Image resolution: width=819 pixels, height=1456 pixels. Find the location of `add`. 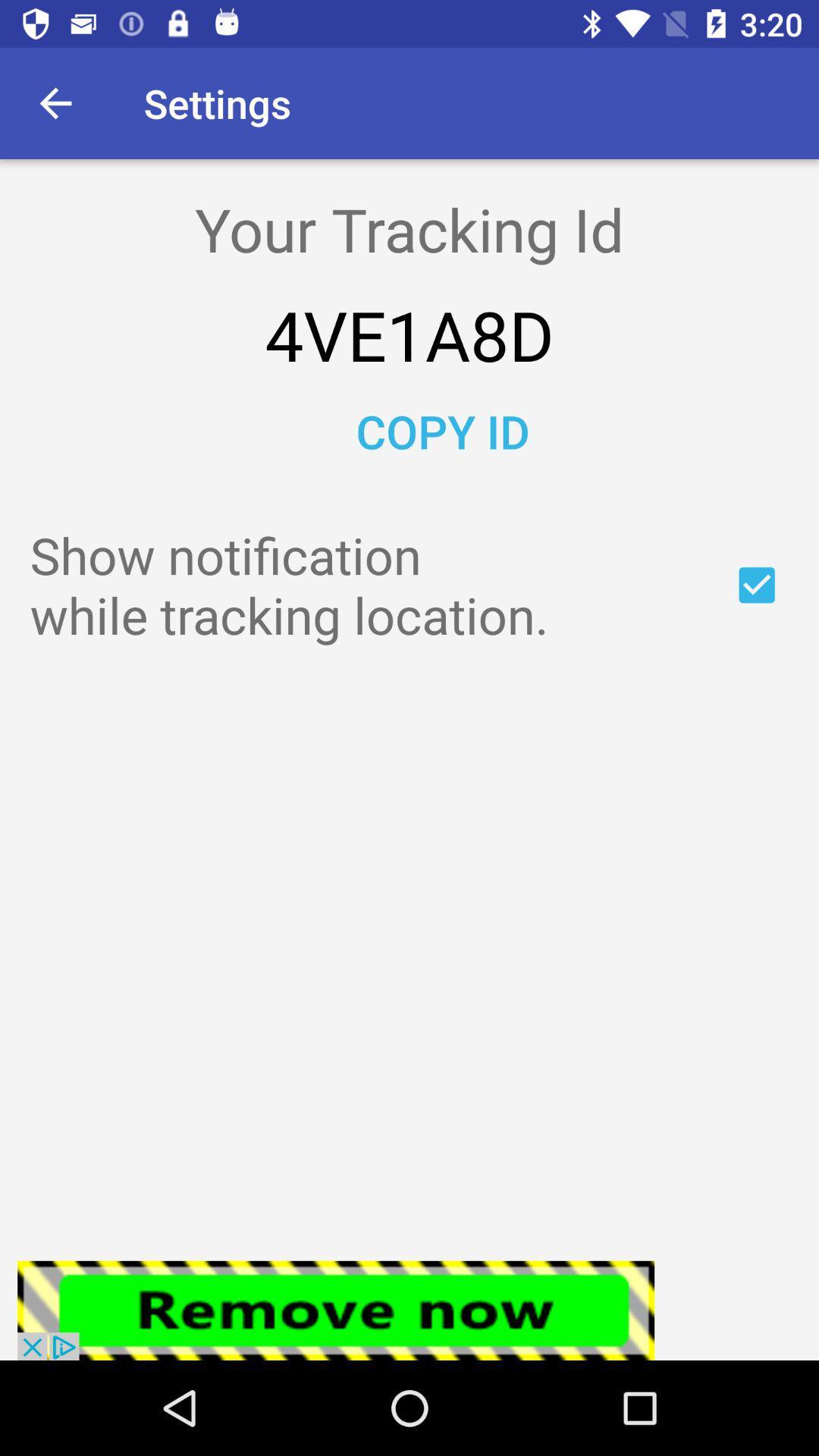

add is located at coordinates (757, 584).